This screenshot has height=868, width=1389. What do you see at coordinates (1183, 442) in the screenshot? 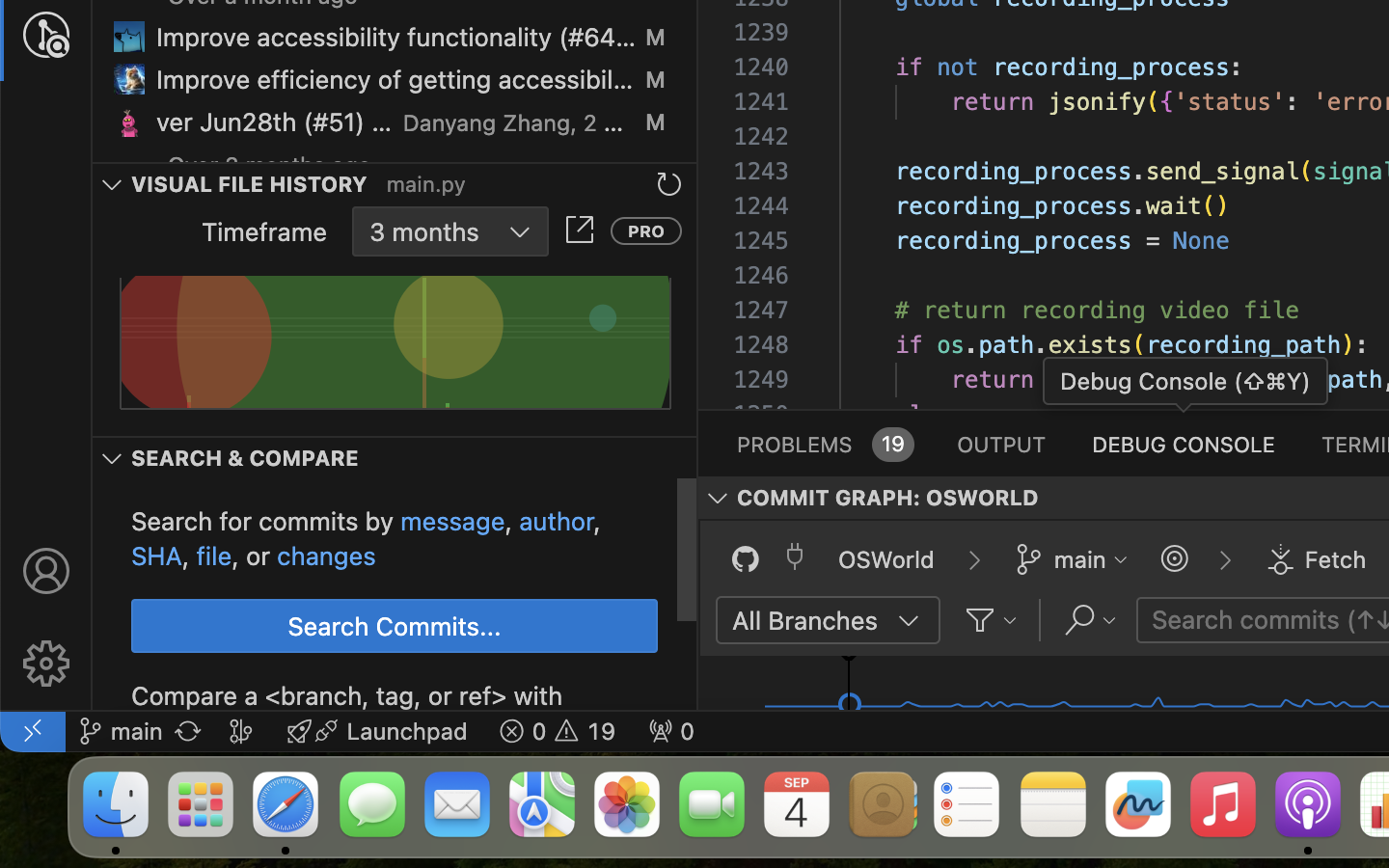
I see `'0 DEBUG CONSOLE'` at bounding box center [1183, 442].